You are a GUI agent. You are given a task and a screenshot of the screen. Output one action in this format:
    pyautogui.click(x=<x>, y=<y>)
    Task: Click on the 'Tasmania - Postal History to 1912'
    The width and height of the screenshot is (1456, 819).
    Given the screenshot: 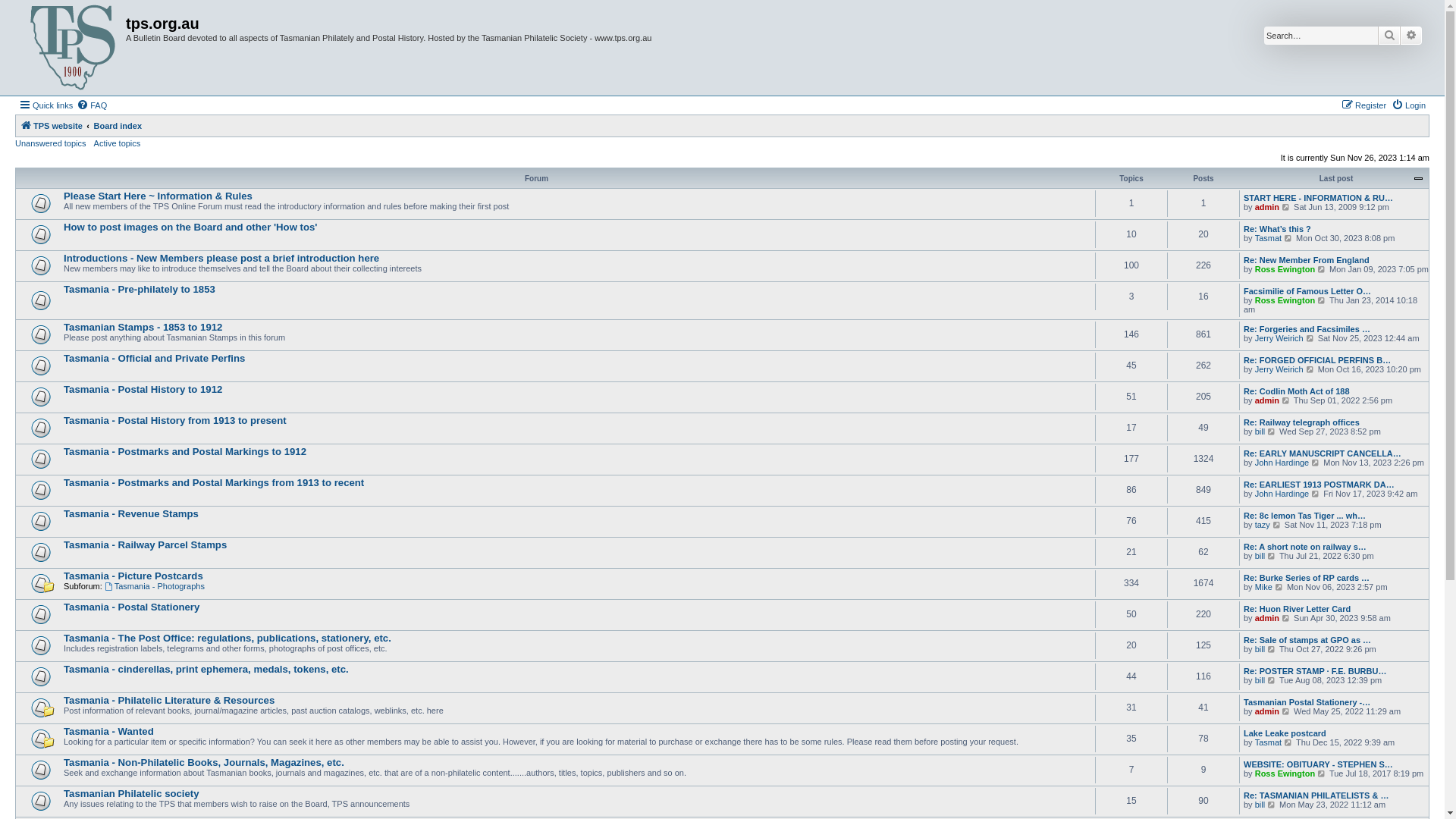 What is the action you would take?
    pyautogui.click(x=143, y=388)
    